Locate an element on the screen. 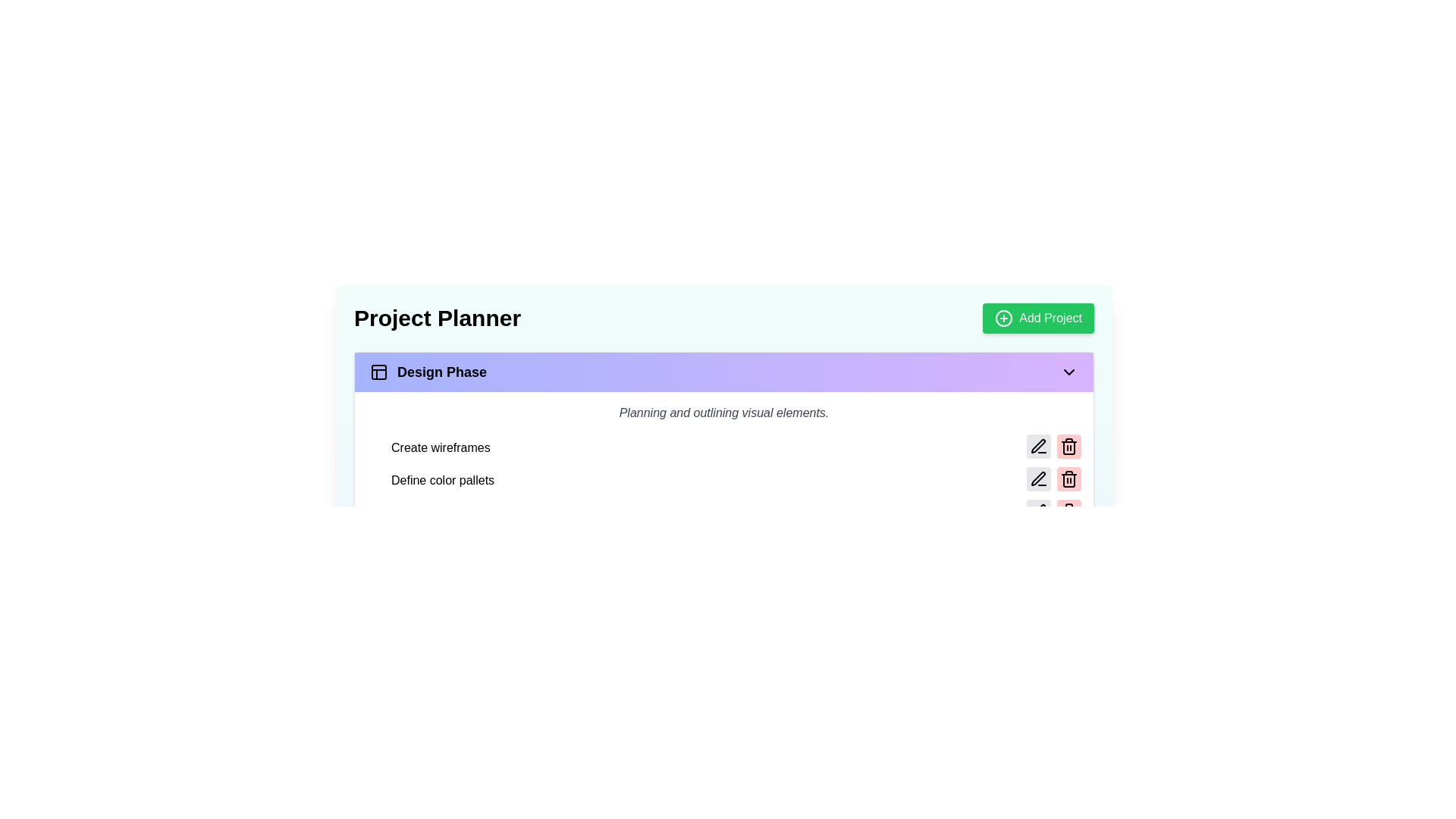 The height and width of the screenshot is (819, 1456). the trashcan button in the action button group is located at coordinates (1053, 512).